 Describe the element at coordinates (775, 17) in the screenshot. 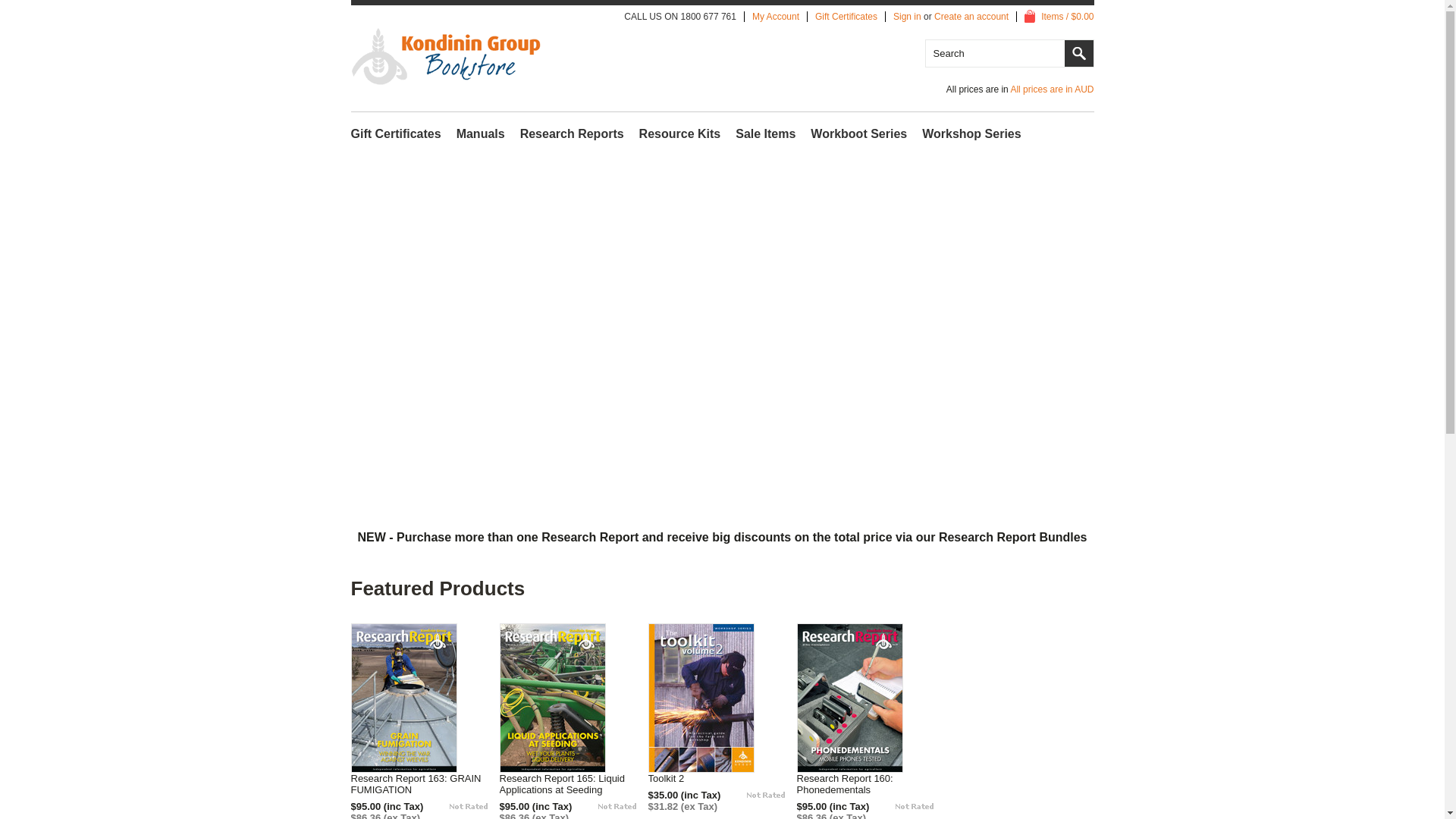

I see `'My Account'` at that location.